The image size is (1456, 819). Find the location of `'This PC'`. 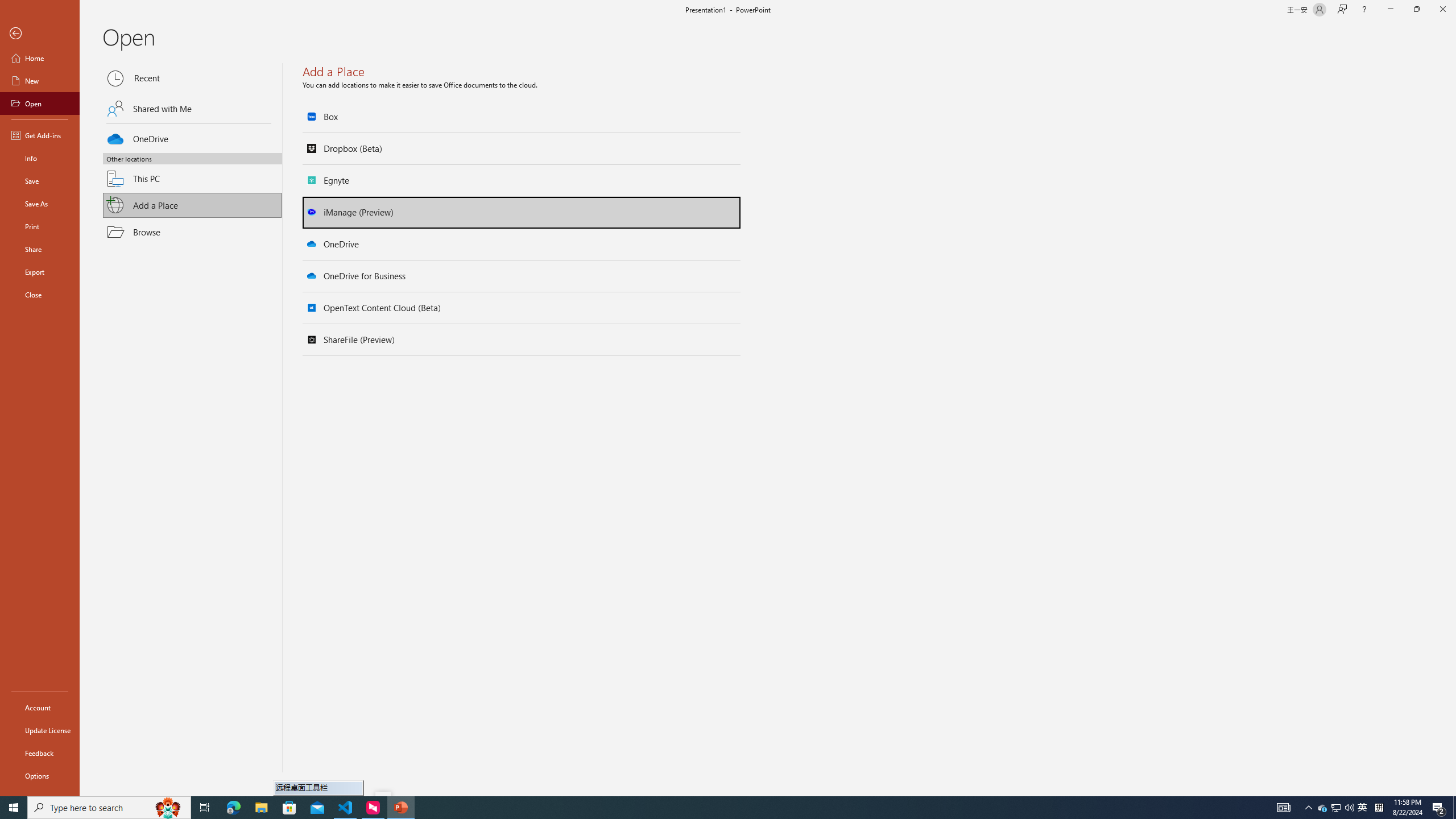

'This PC' is located at coordinates (192, 172).